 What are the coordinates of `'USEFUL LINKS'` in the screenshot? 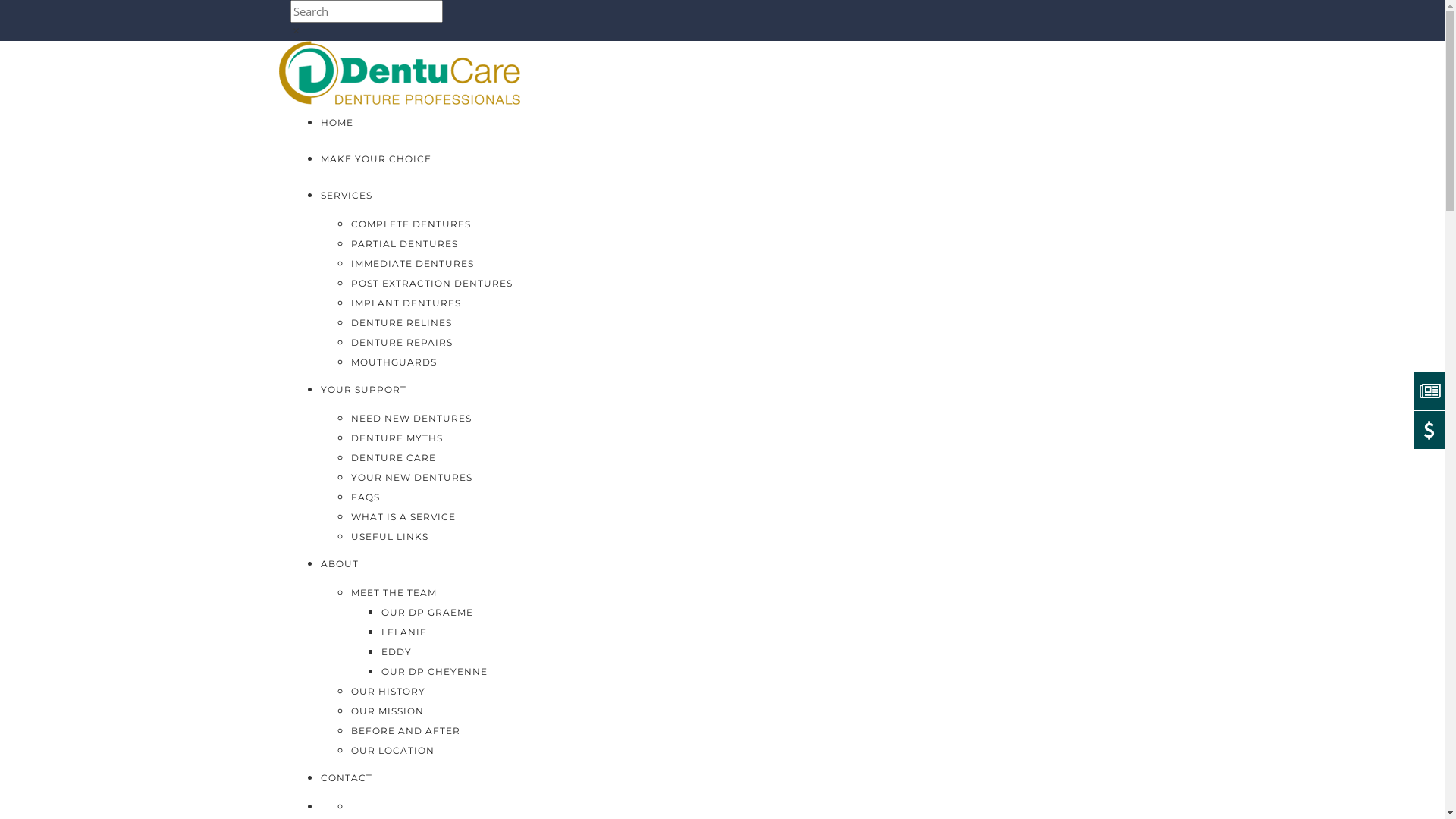 It's located at (389, 535).